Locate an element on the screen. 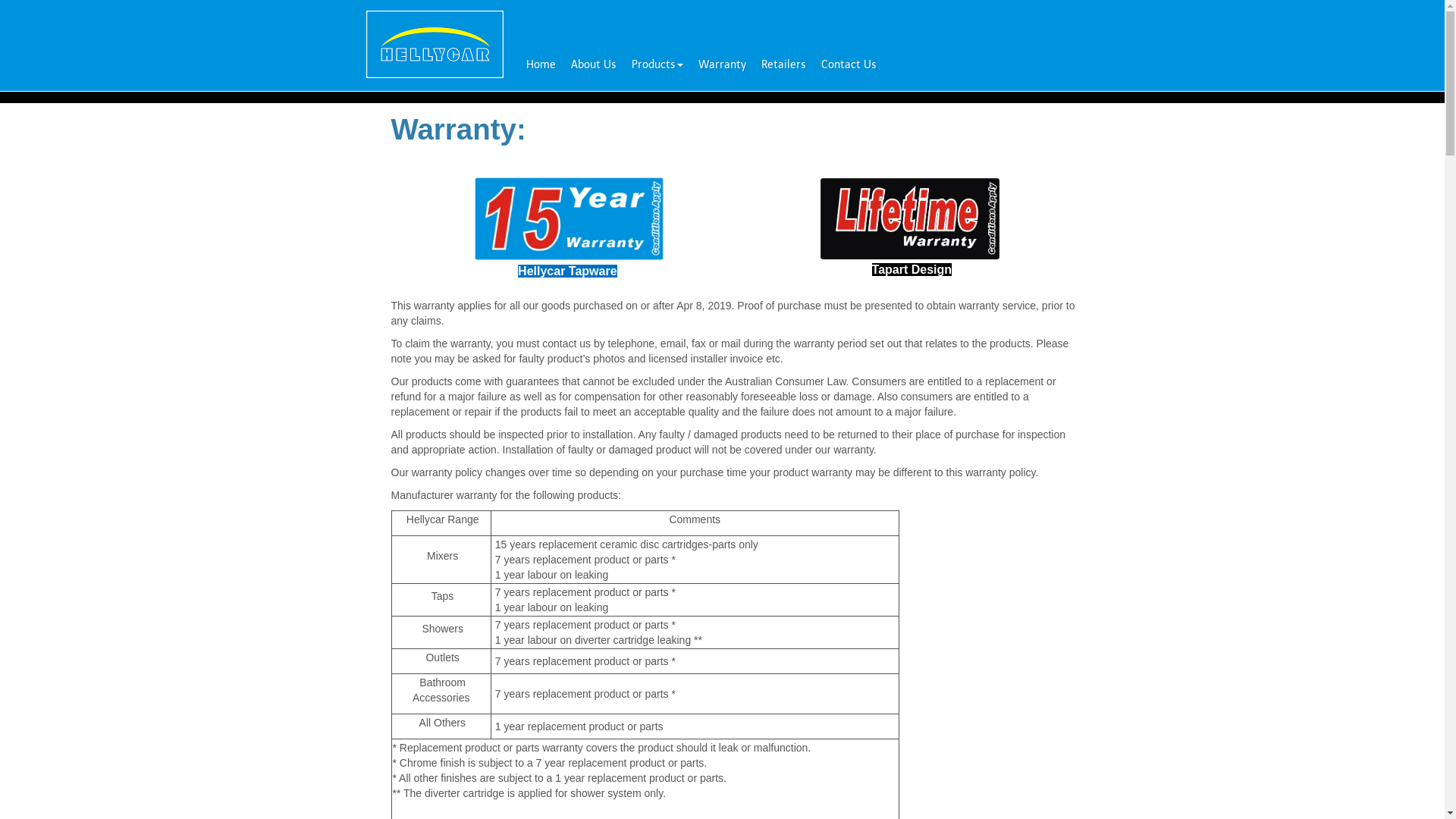 The image size is (1456, 819). 'About Us' is located at coordinates (592, 63).